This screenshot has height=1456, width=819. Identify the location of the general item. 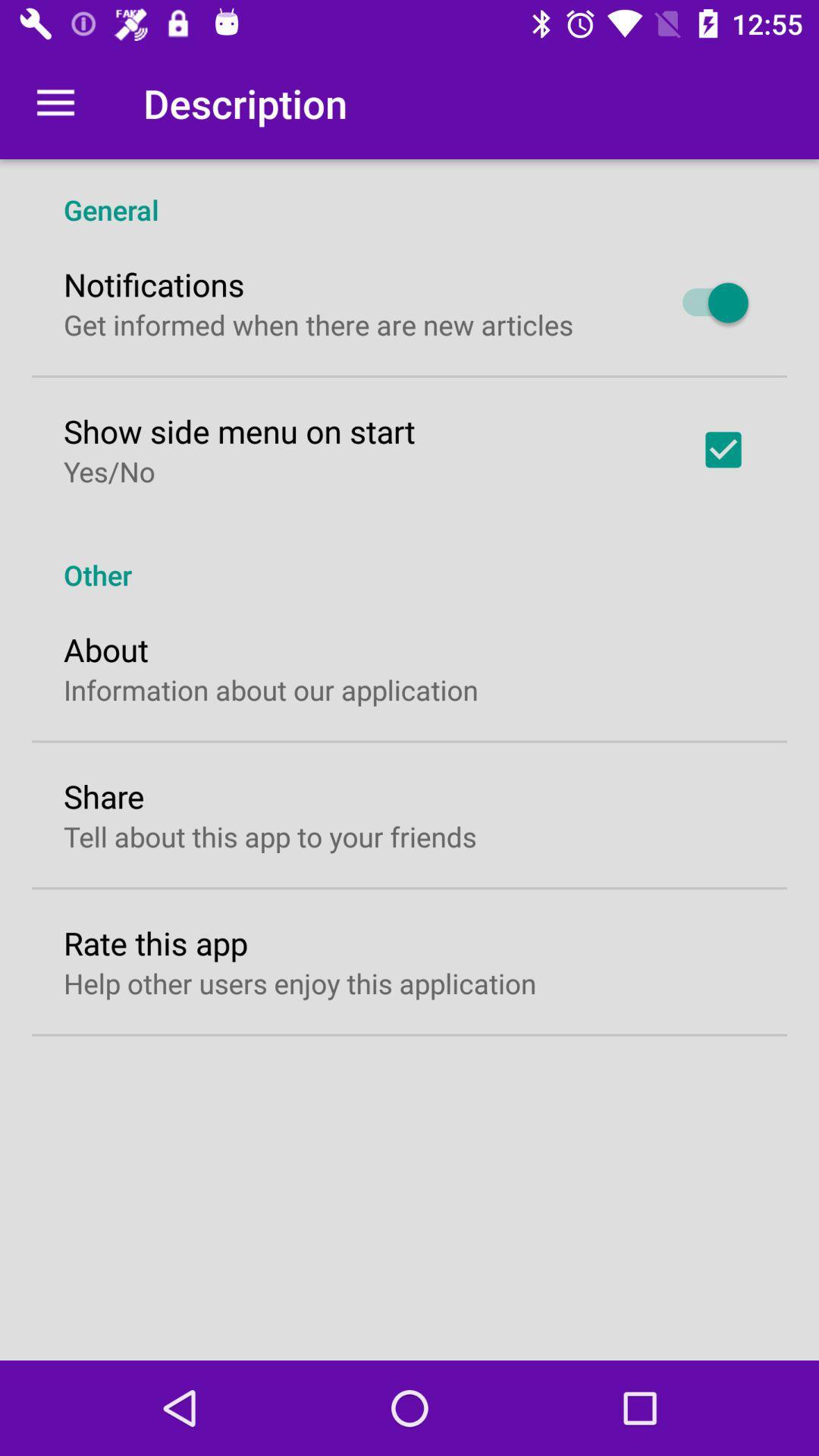
(409, 193).